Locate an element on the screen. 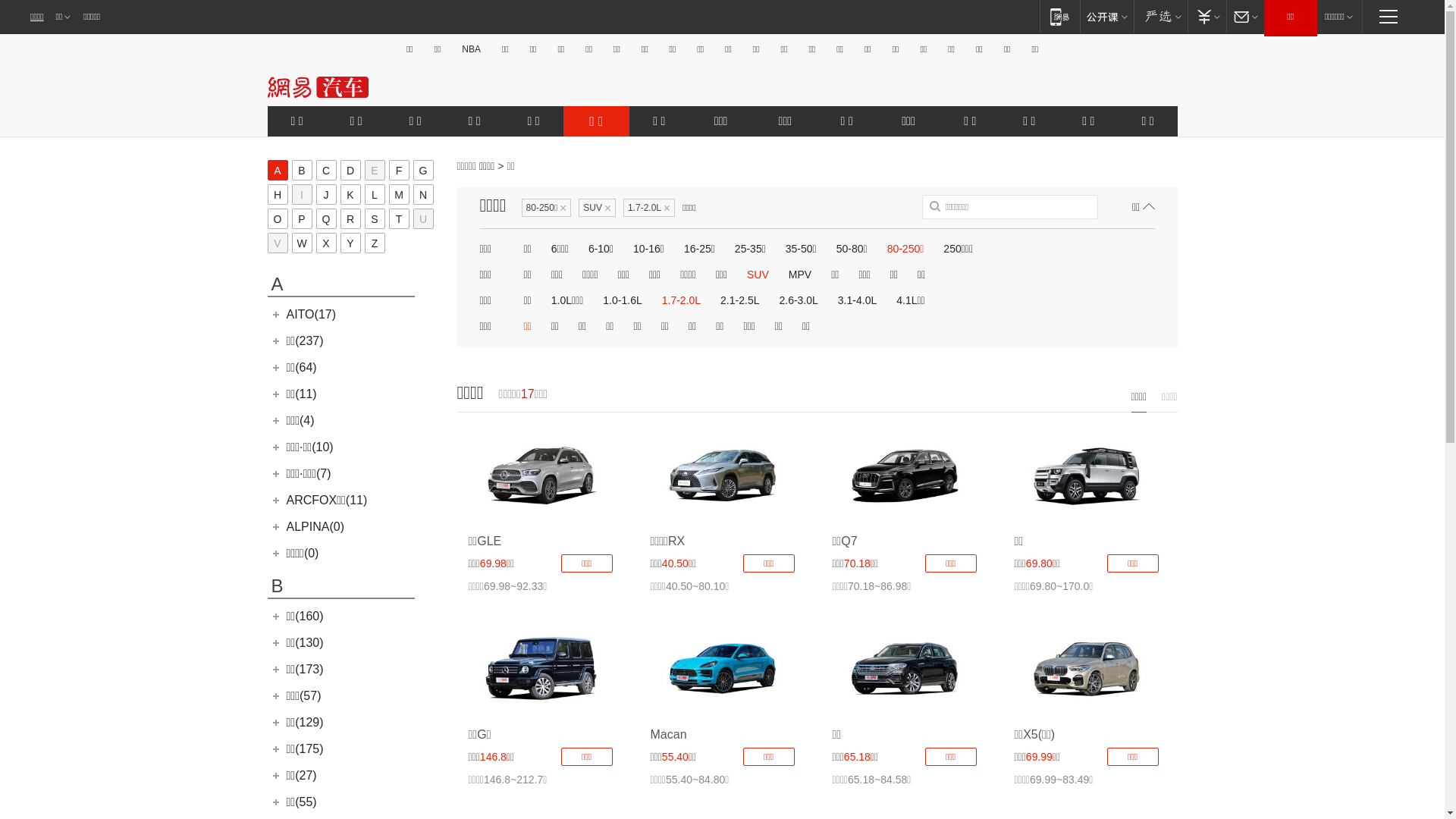 Image resolution: width=1456 pixels, height=819 pixels. 'T' is located at coordinates (388, 218).